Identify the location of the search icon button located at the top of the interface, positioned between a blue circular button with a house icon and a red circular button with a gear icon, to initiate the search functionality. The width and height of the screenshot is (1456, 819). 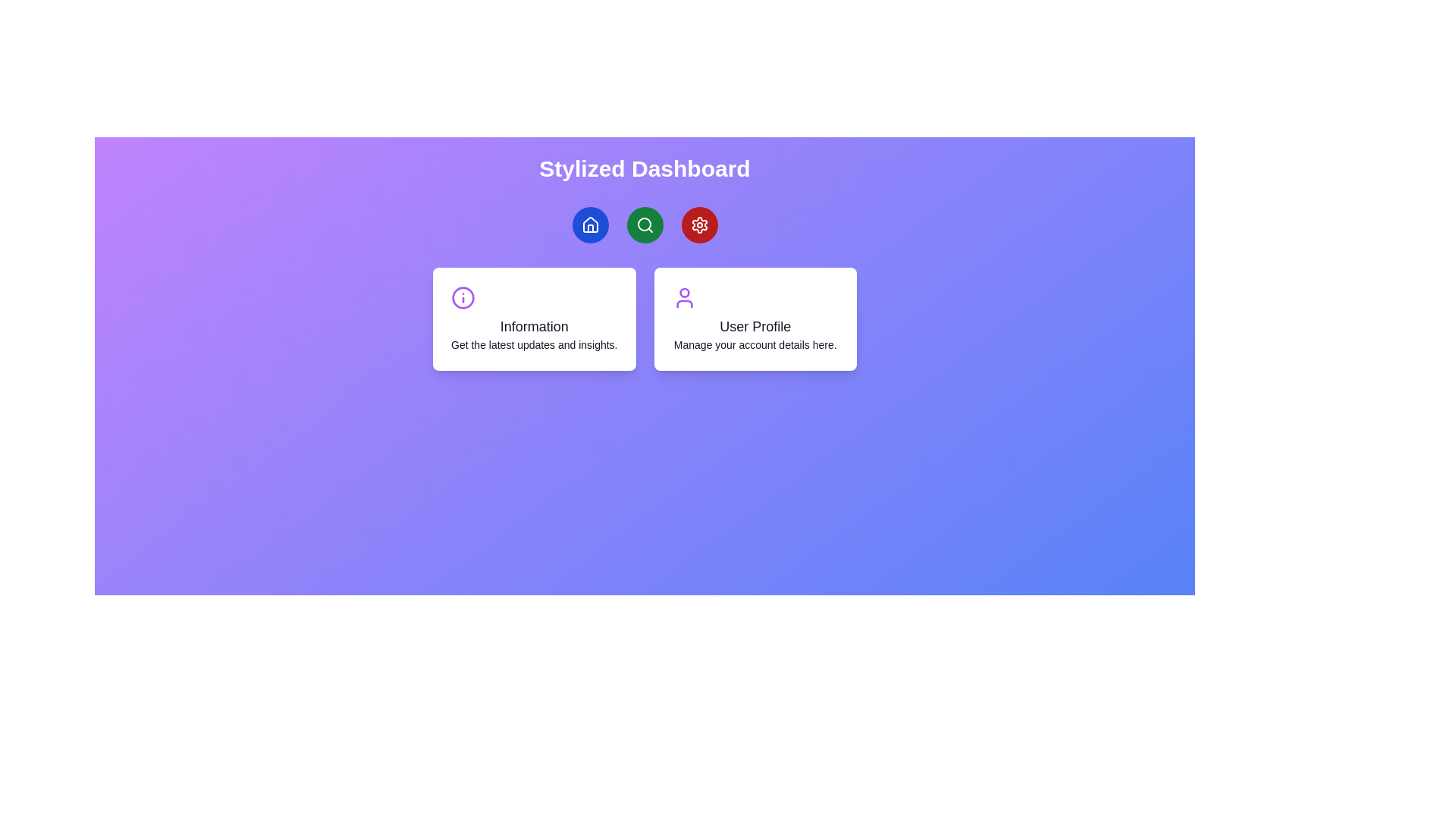
(645, 225).